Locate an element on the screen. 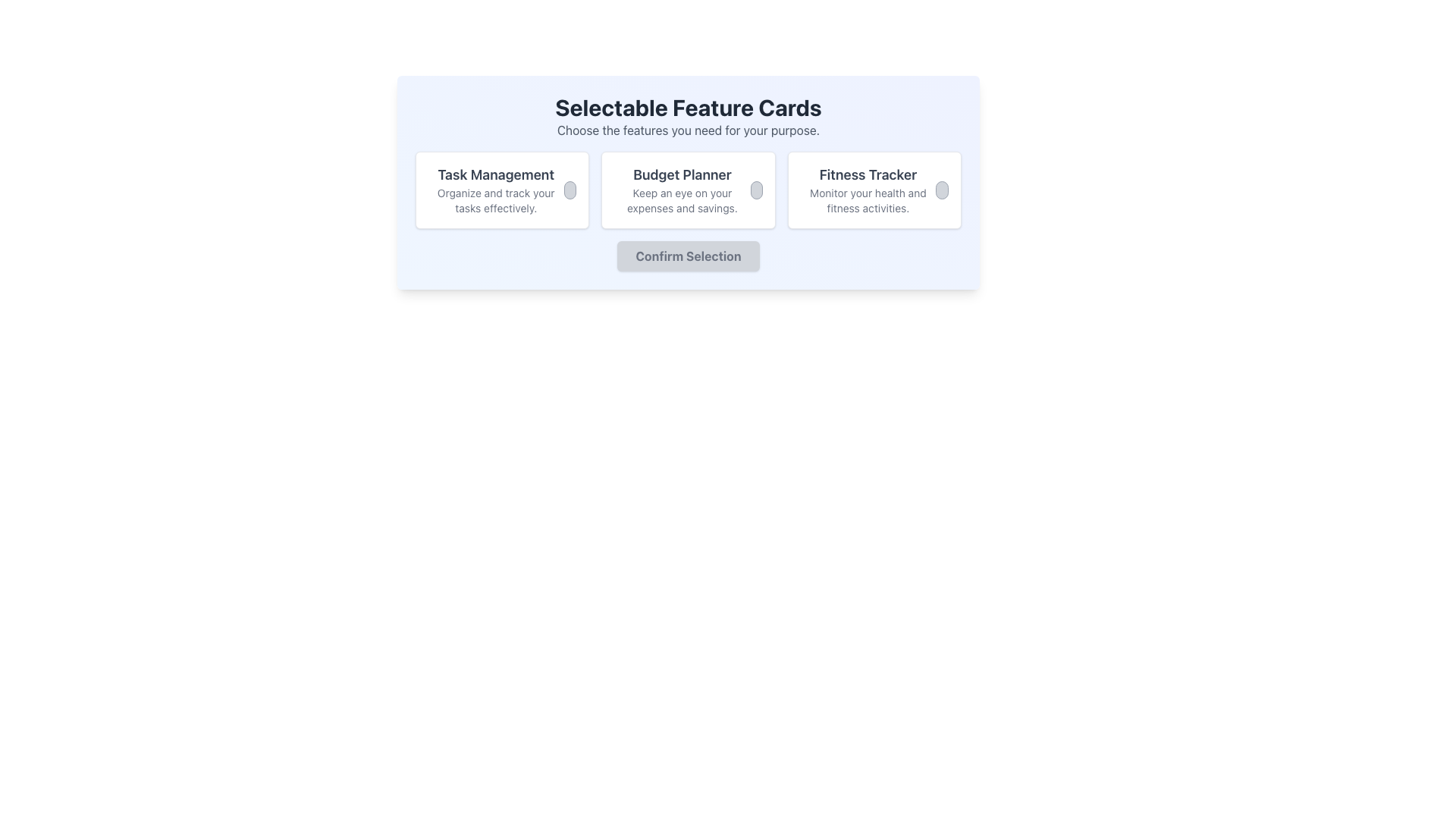  the text label that reads 'Organize and track your tasks effectively.' located below the 'Task Management' label in the first card on the left is located at coordinates (496, 200).